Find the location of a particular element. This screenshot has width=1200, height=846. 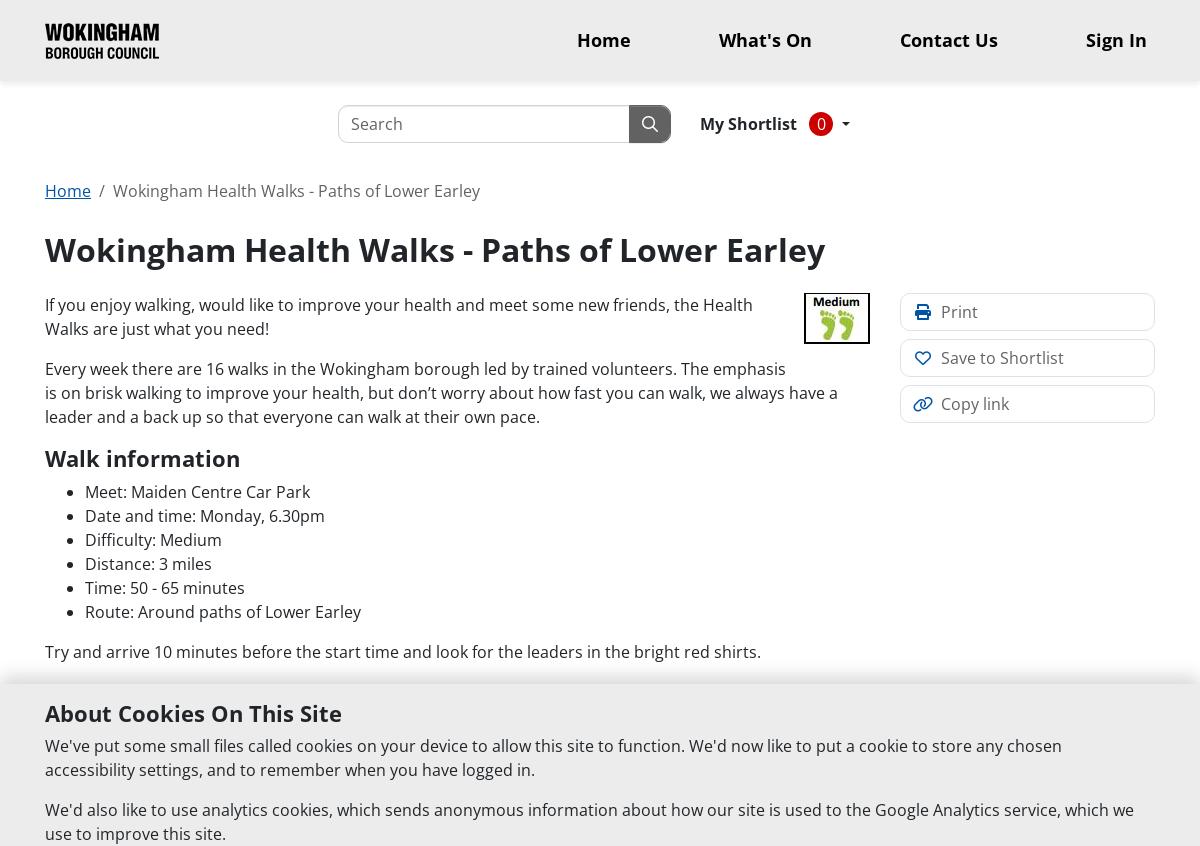

'Time: 50 - 65 minutes' is located at coordinates (84, 586).